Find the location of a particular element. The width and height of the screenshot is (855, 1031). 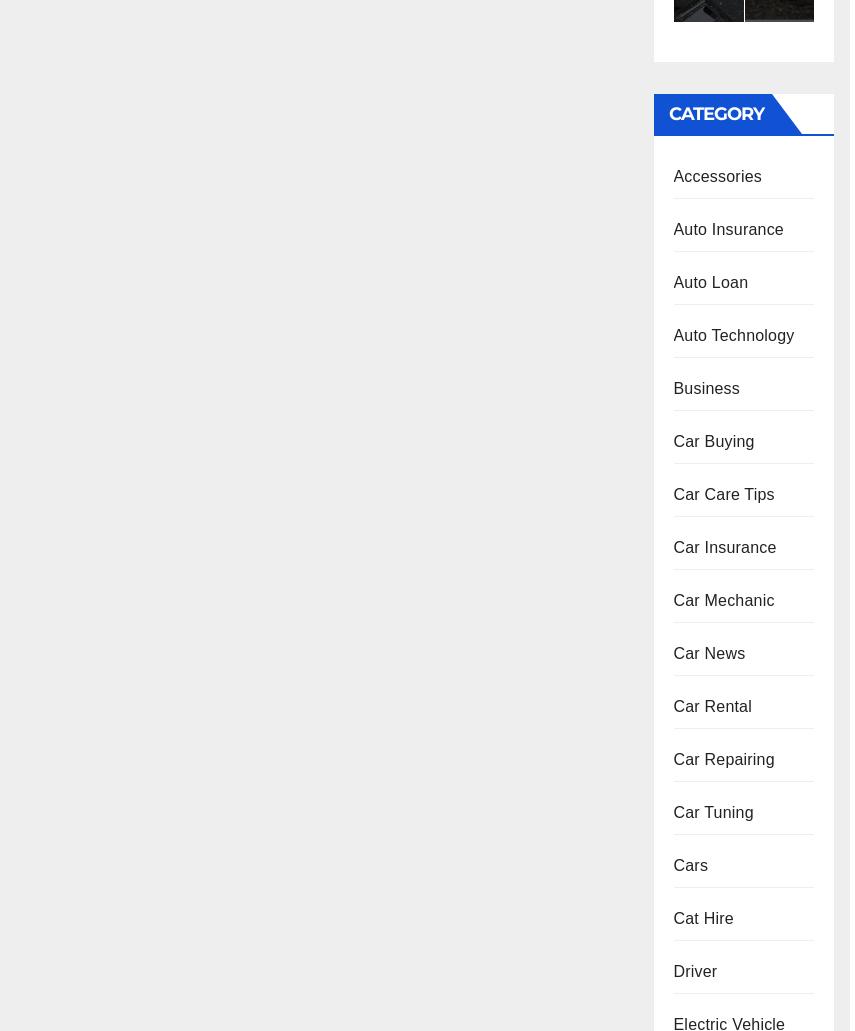

'Cat Hire' is located at coordinates (701, 918).